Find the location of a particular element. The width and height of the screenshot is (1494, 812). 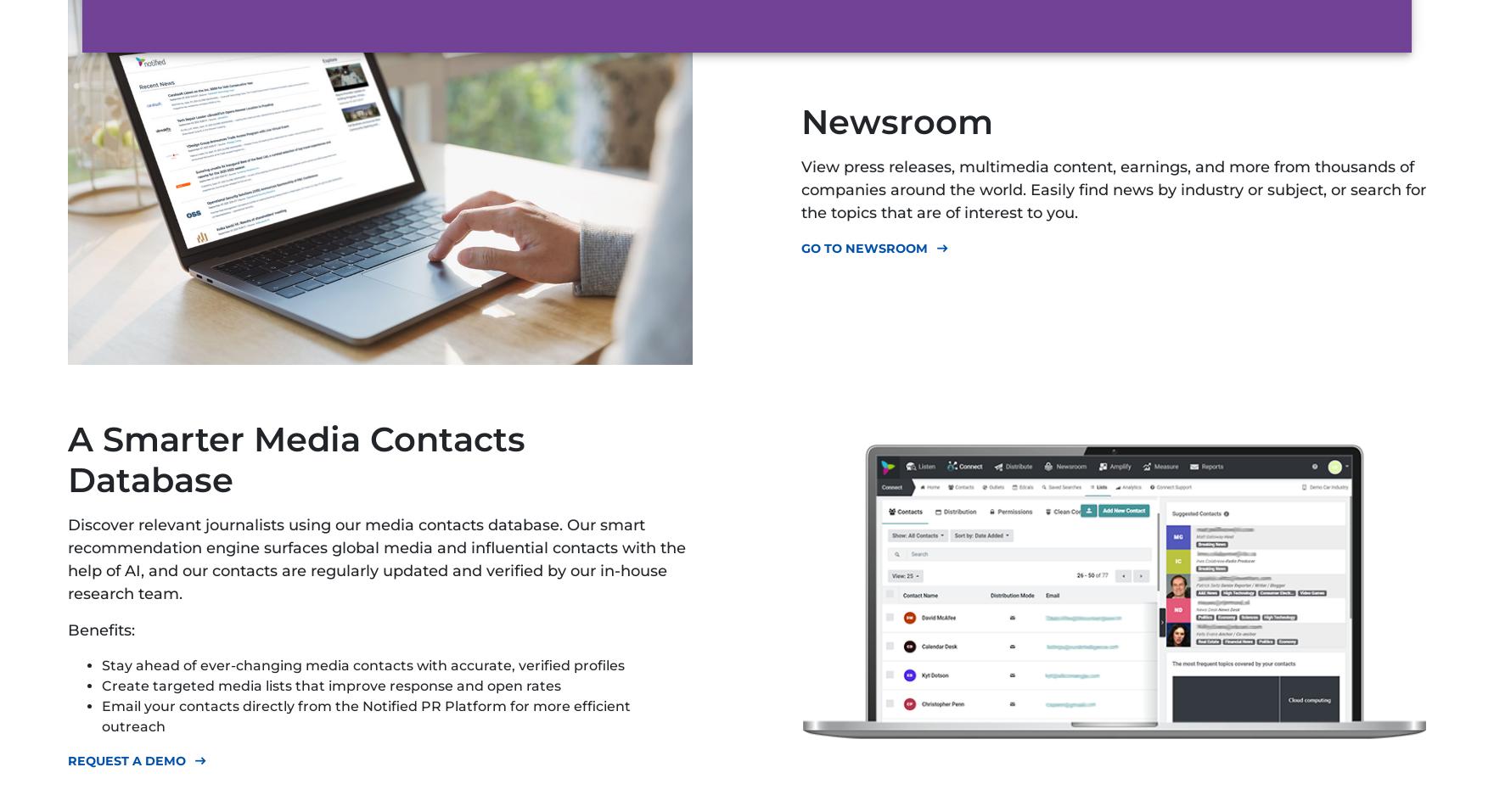

'Benefits:' is located at coordinates (101, 629).